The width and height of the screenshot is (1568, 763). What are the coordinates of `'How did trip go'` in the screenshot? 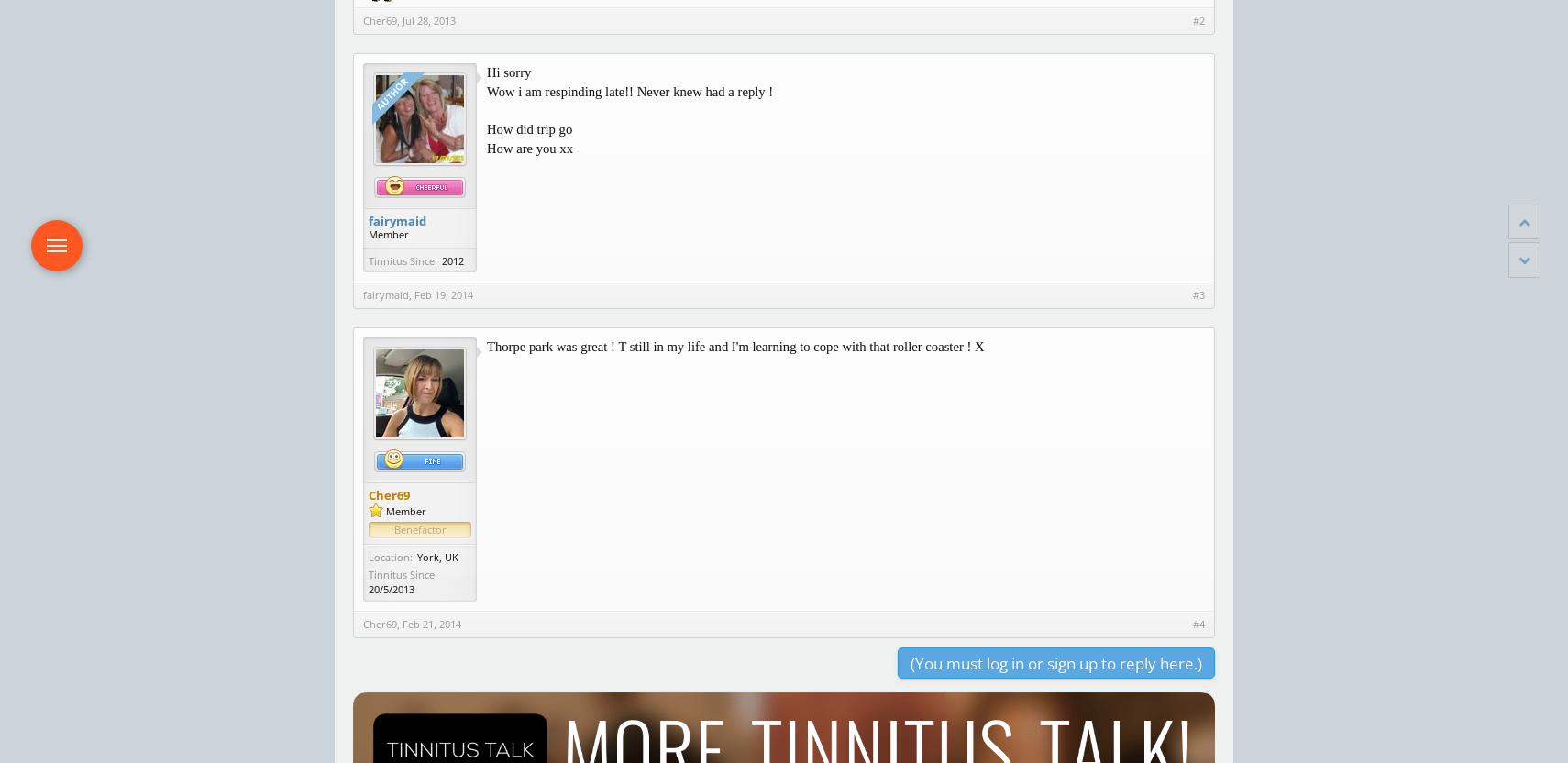 It's located at (529, 129).